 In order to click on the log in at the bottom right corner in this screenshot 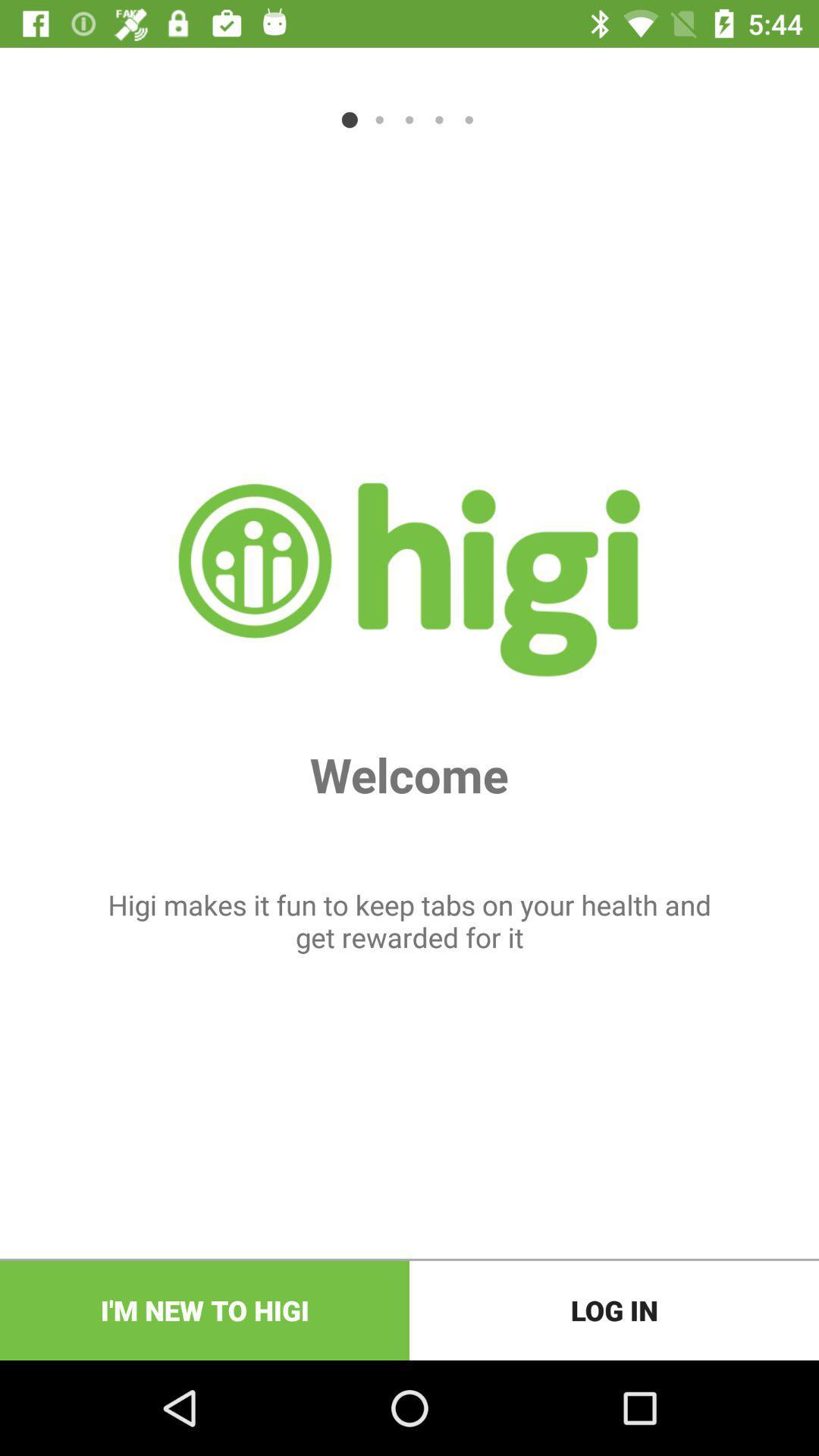, I will do `click(614, 1310)`.